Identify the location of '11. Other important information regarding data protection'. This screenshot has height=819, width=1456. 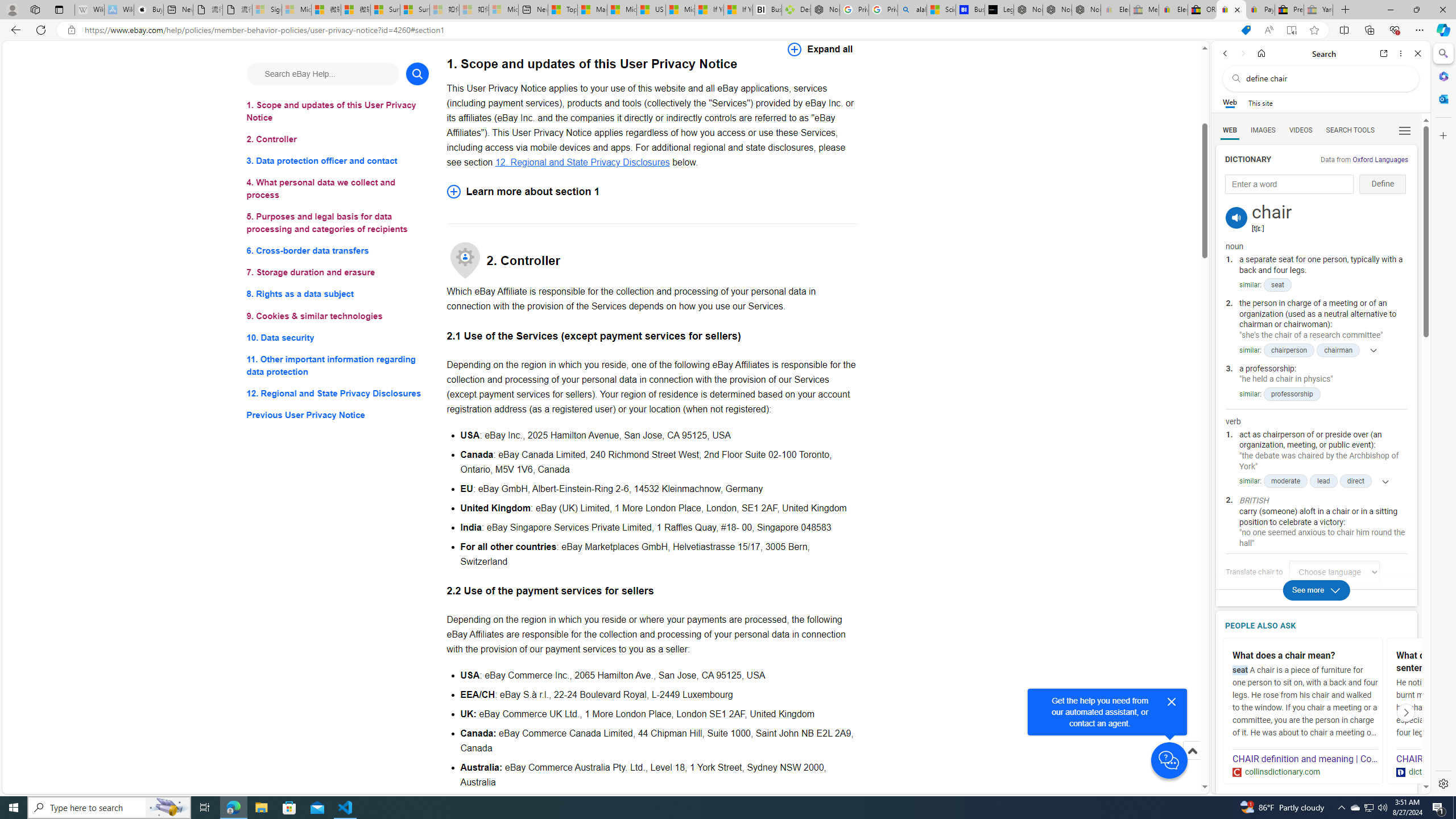
(337, 365).